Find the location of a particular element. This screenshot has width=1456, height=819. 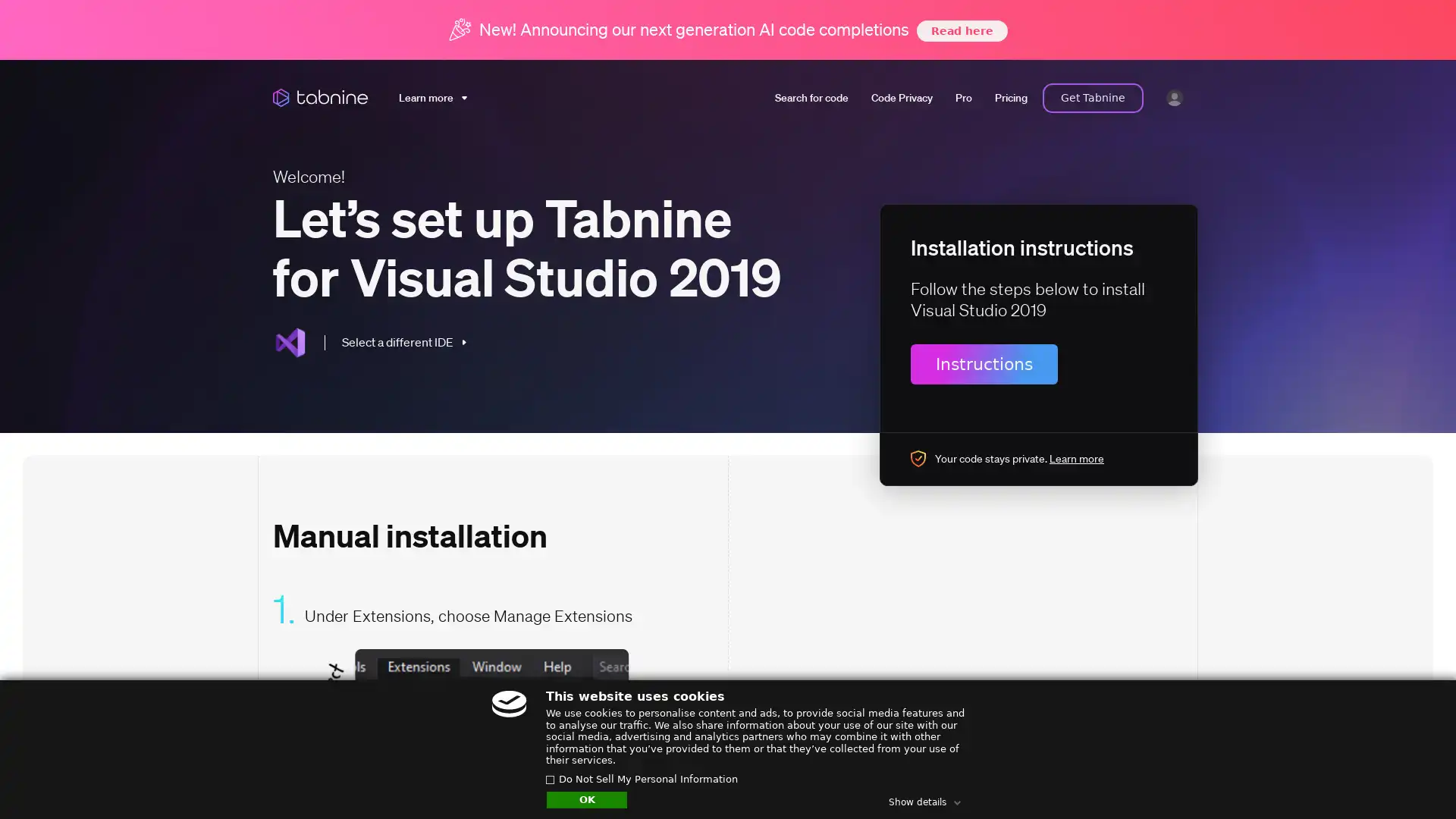

Instructions is located at coordinates (984, 363).